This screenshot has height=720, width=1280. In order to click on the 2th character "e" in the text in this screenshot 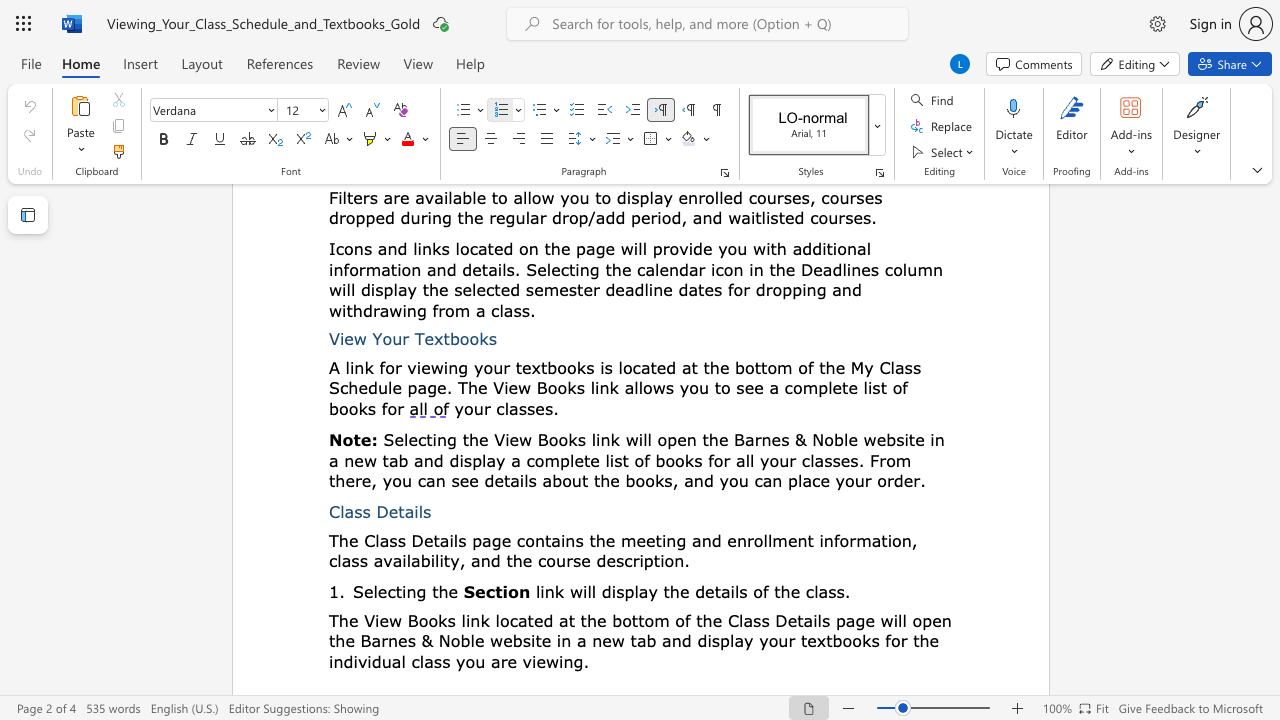, I will do `click(717, 619)`.